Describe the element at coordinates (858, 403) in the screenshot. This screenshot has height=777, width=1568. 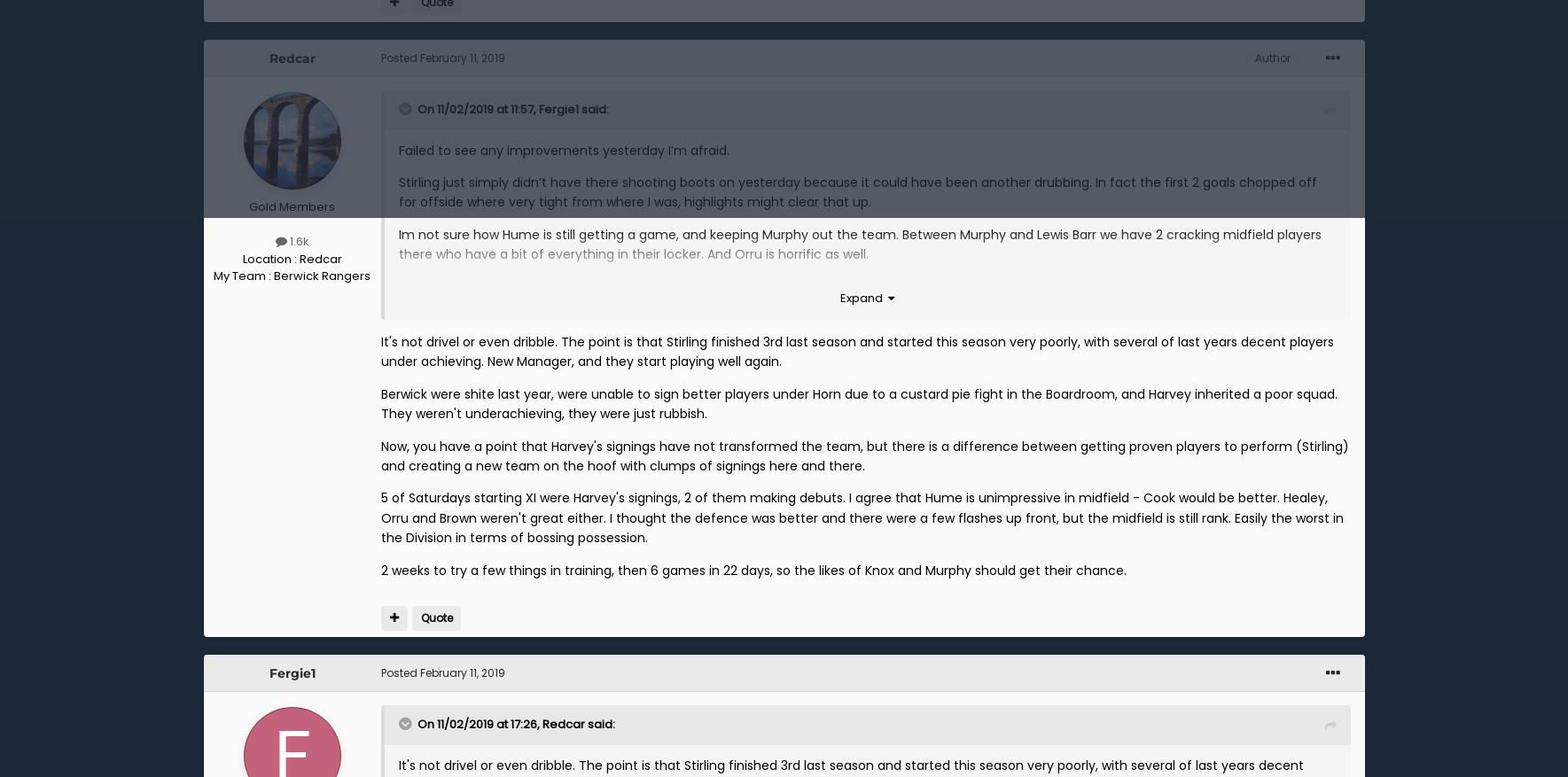
I see `'Berwick were shite last year, were unable to sign better players under Horn due to a custard pie fight in the Boardroom, and Harvey inherited a poor squad. They weren't underachieving, they were just rubbish.'` at that location.